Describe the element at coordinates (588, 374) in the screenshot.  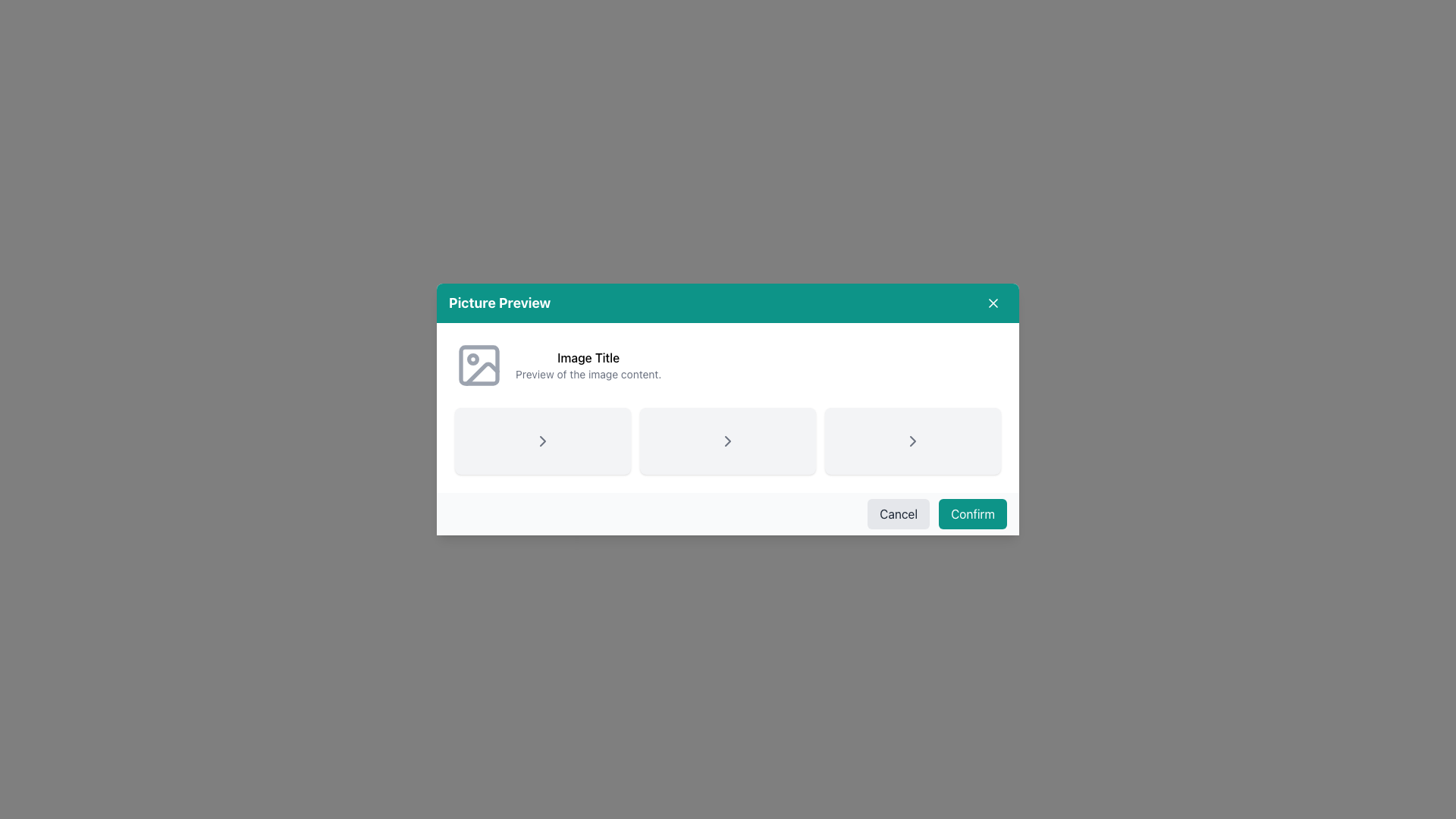
I see `text element that displays 'Preview of the image content.' located beneath the 'Image Title' in the 'Picture Preview' modal` at that location.